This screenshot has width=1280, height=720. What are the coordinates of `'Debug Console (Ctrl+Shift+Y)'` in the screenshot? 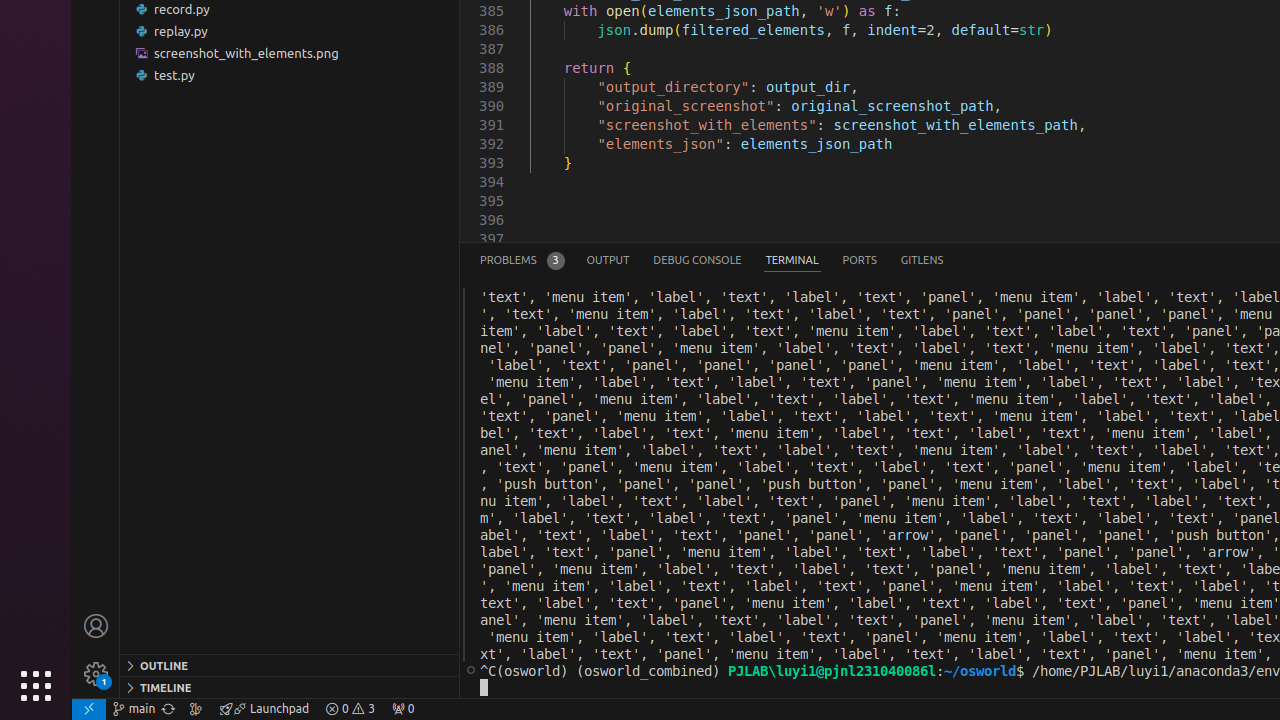 It's located at (697, 259).